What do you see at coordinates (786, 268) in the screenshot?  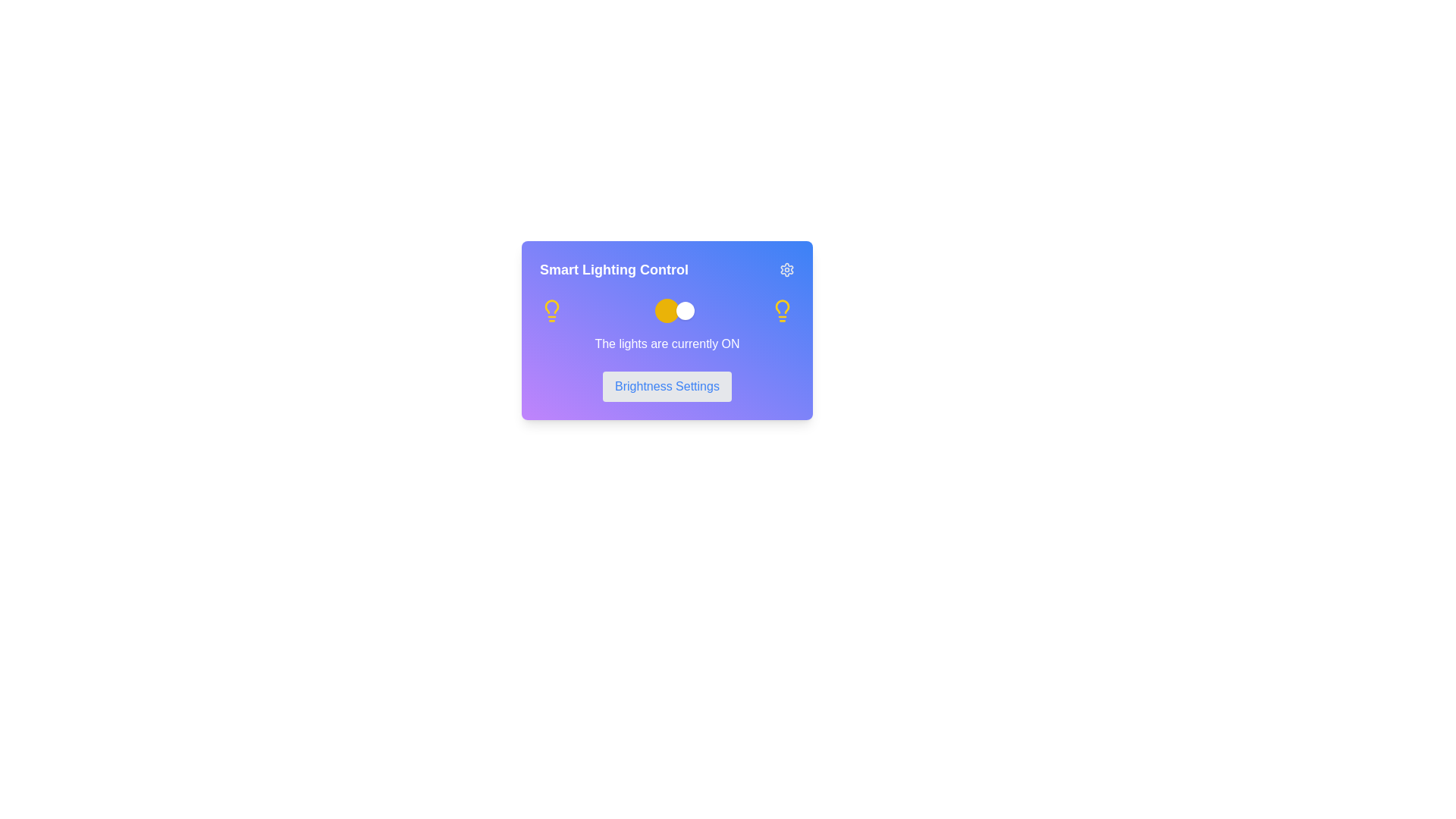 I see `the gear icon located in the top-right corner of the card interface` at bounding box center [786, 268].